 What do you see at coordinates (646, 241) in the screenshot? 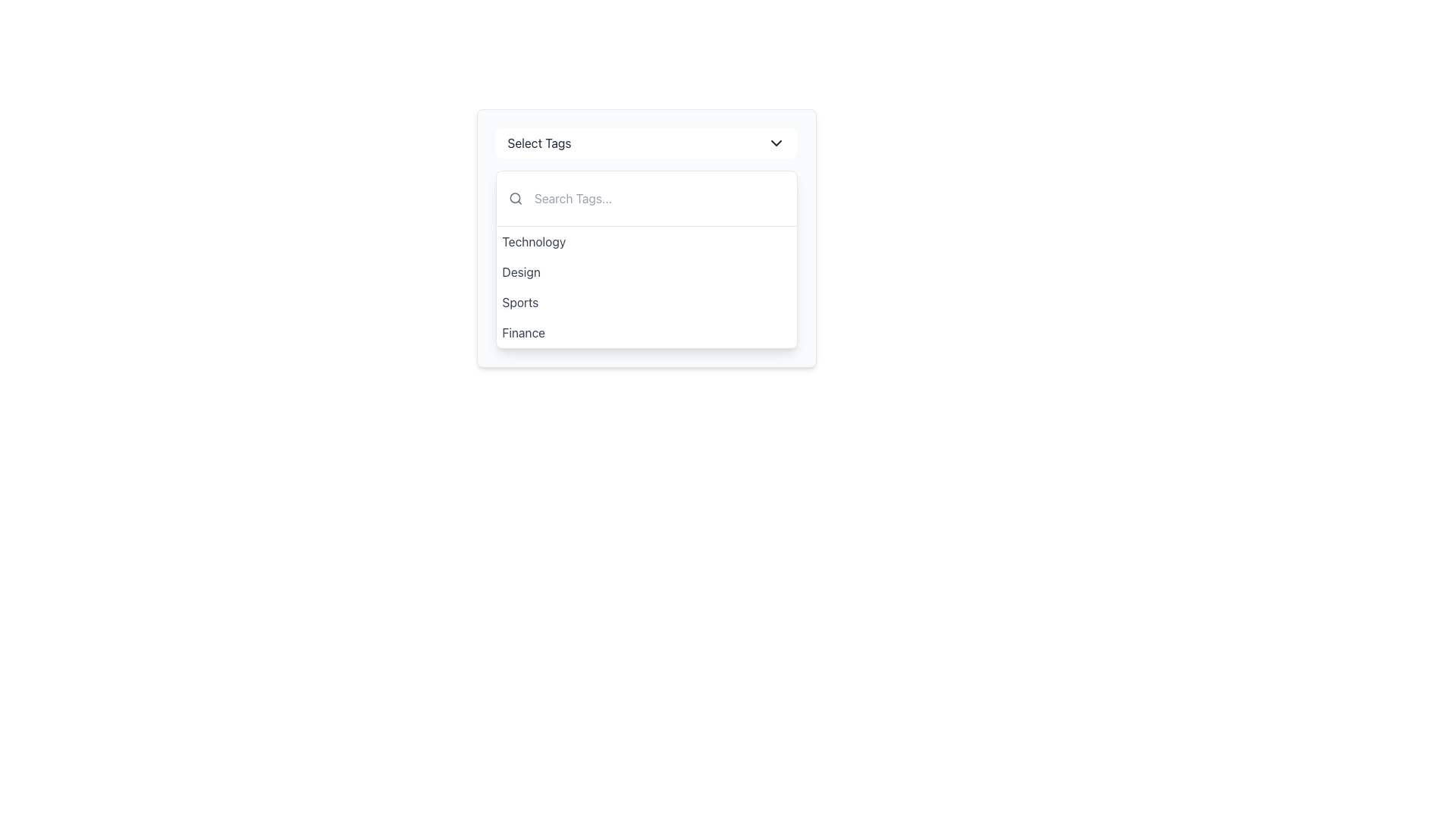
I see `to select the 'Technology' category from the first item in the dropdown menu labeled 'Select Tags'` at bounding box center [646, 241].